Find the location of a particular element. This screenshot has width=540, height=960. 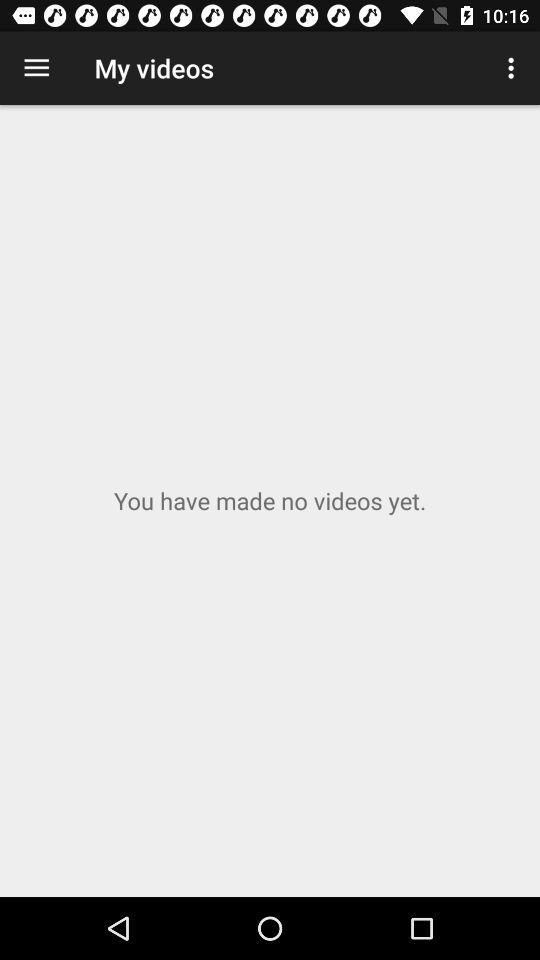

app to the left of my videos icon is located at coordinates (36, 68).